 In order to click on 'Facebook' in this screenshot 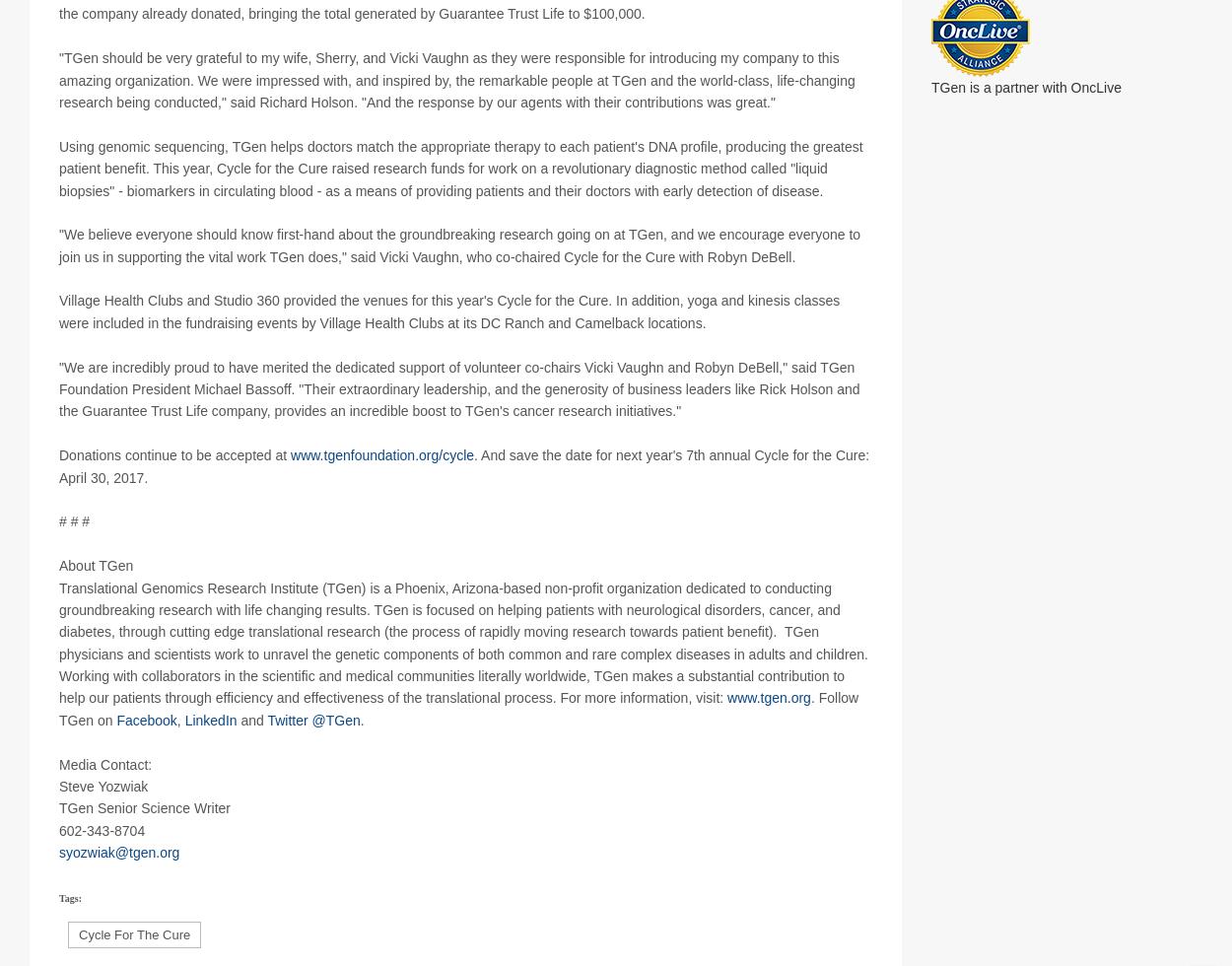, I will do `click(115, 743)`.